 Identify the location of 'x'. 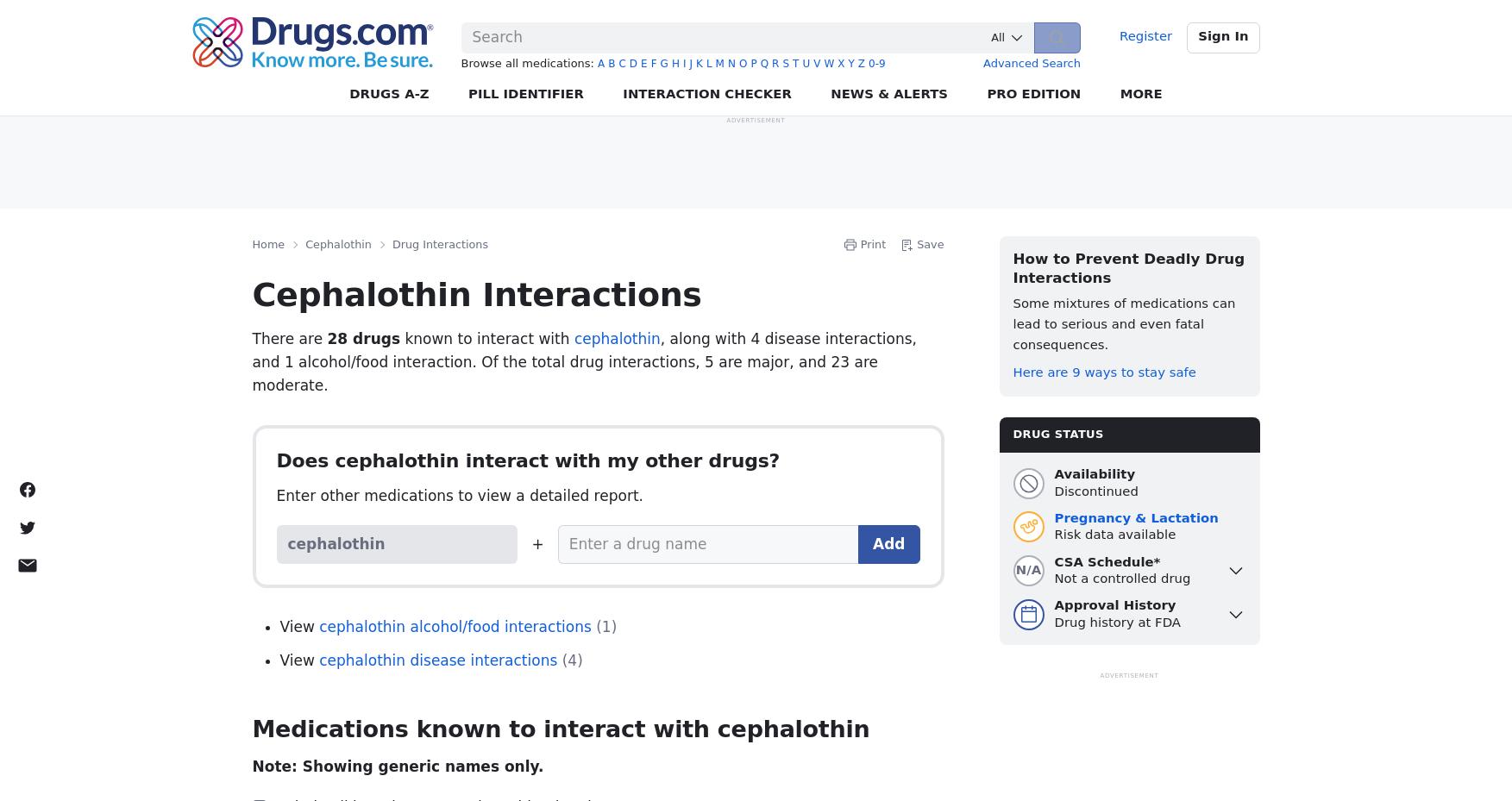
(841, 63).